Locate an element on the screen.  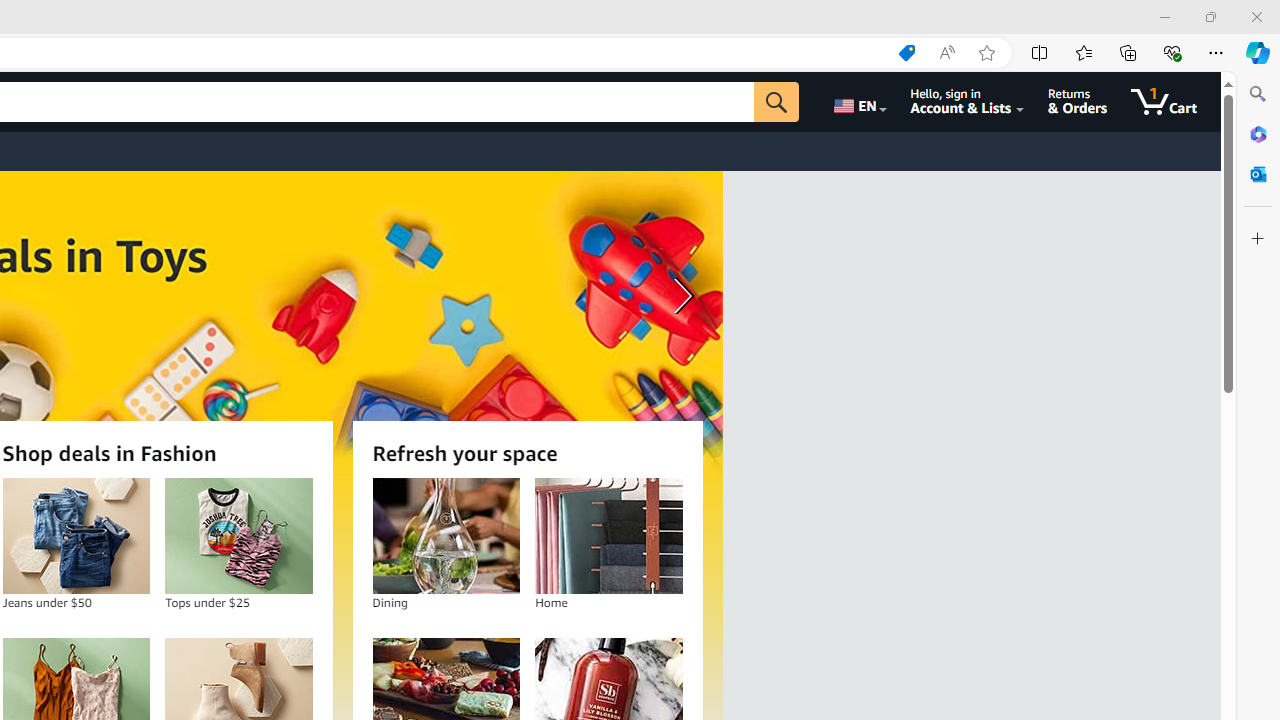
'Returns & Orders' is located at coordinates (1076, 101).